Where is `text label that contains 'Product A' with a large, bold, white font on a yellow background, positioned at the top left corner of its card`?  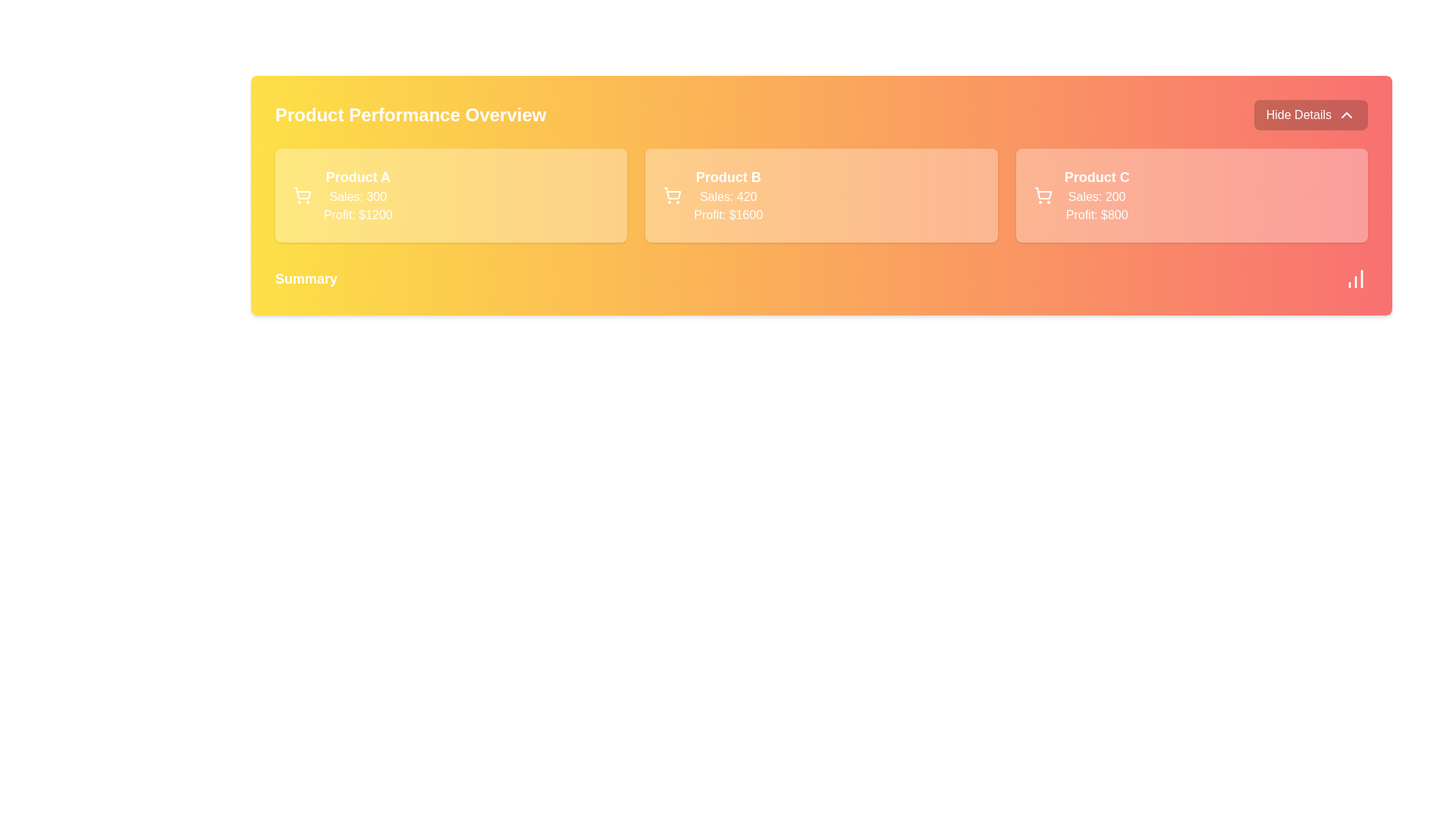
text label that contains 'Product A' with a large, bold, white font on a yellow background, positioned at the top left corner of its card is located at coordinates (357, 177).